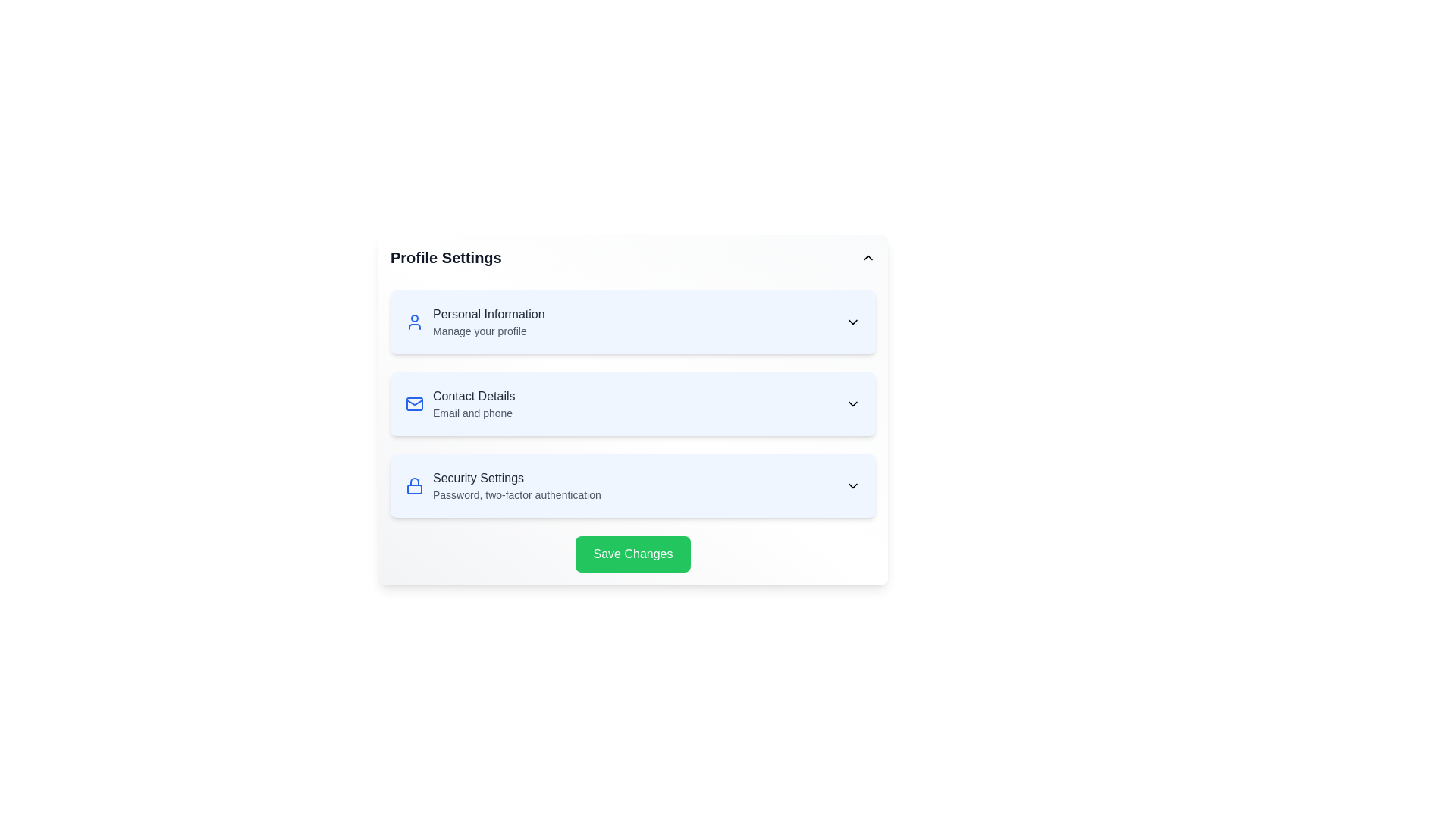  Describe the element at coordinates (460, 403) in the screenshot. I see `the 'Contact Methods' text with an envelope icon located below 'Personal Information' and above 'Security Settings' in the Profile Settings` at that location.